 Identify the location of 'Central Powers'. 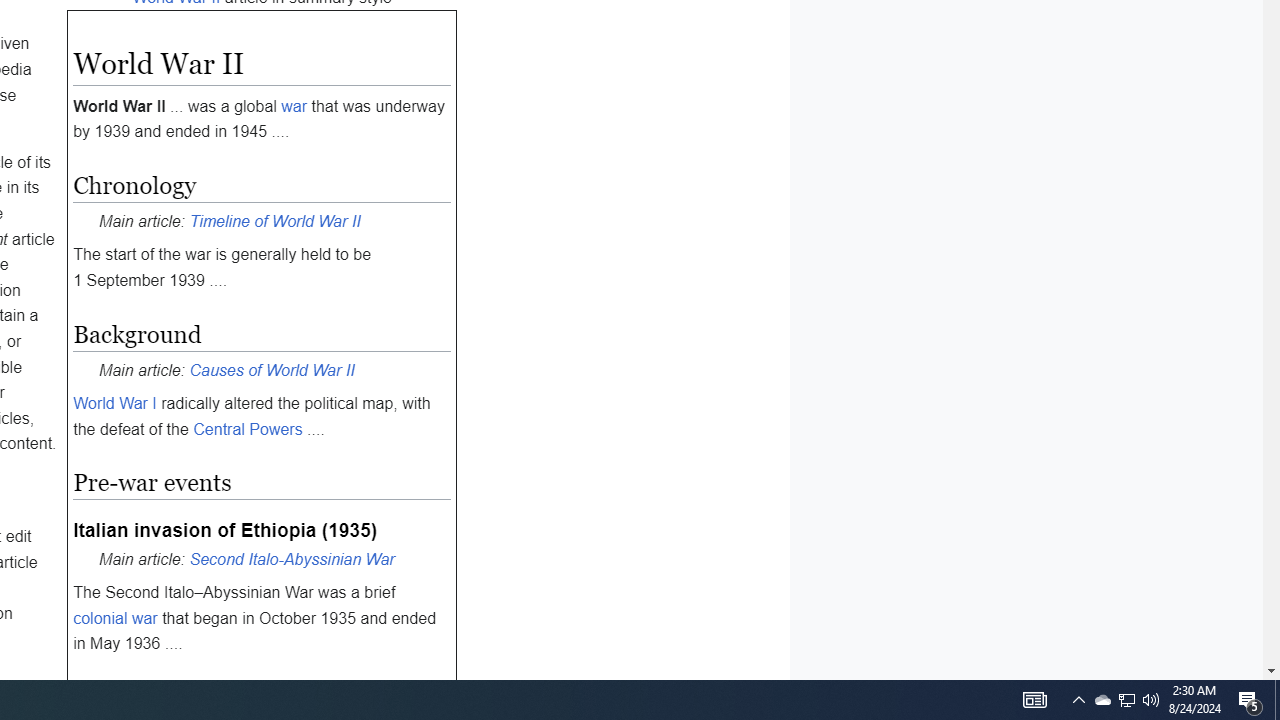
(247, 427).